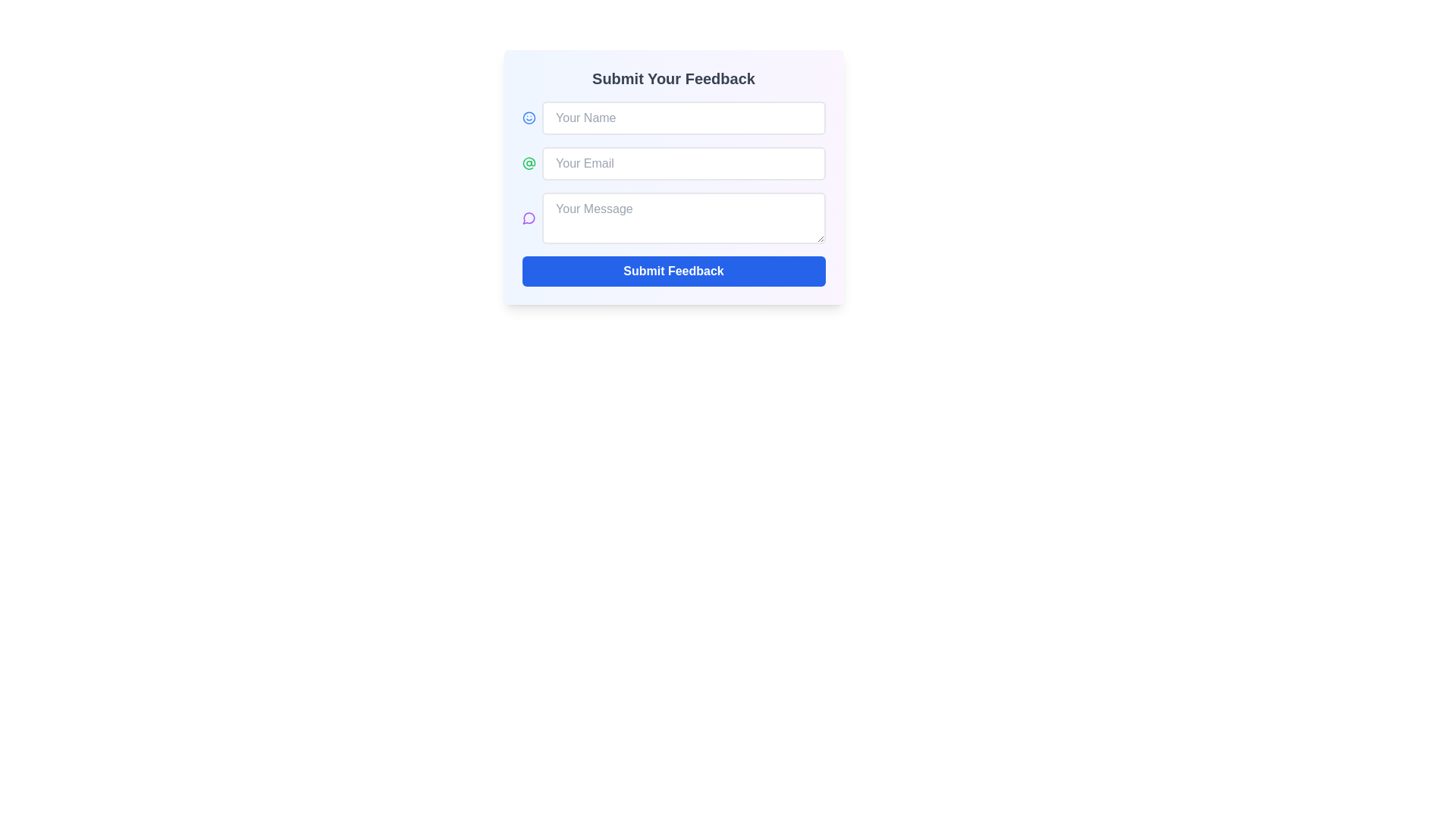 The width and height of the screenshot is (1456, 819). I want to click on the decorative smiley face icon located near the top-left corner of the 'Your Name' input field on the feedback form, so click(529, 117).